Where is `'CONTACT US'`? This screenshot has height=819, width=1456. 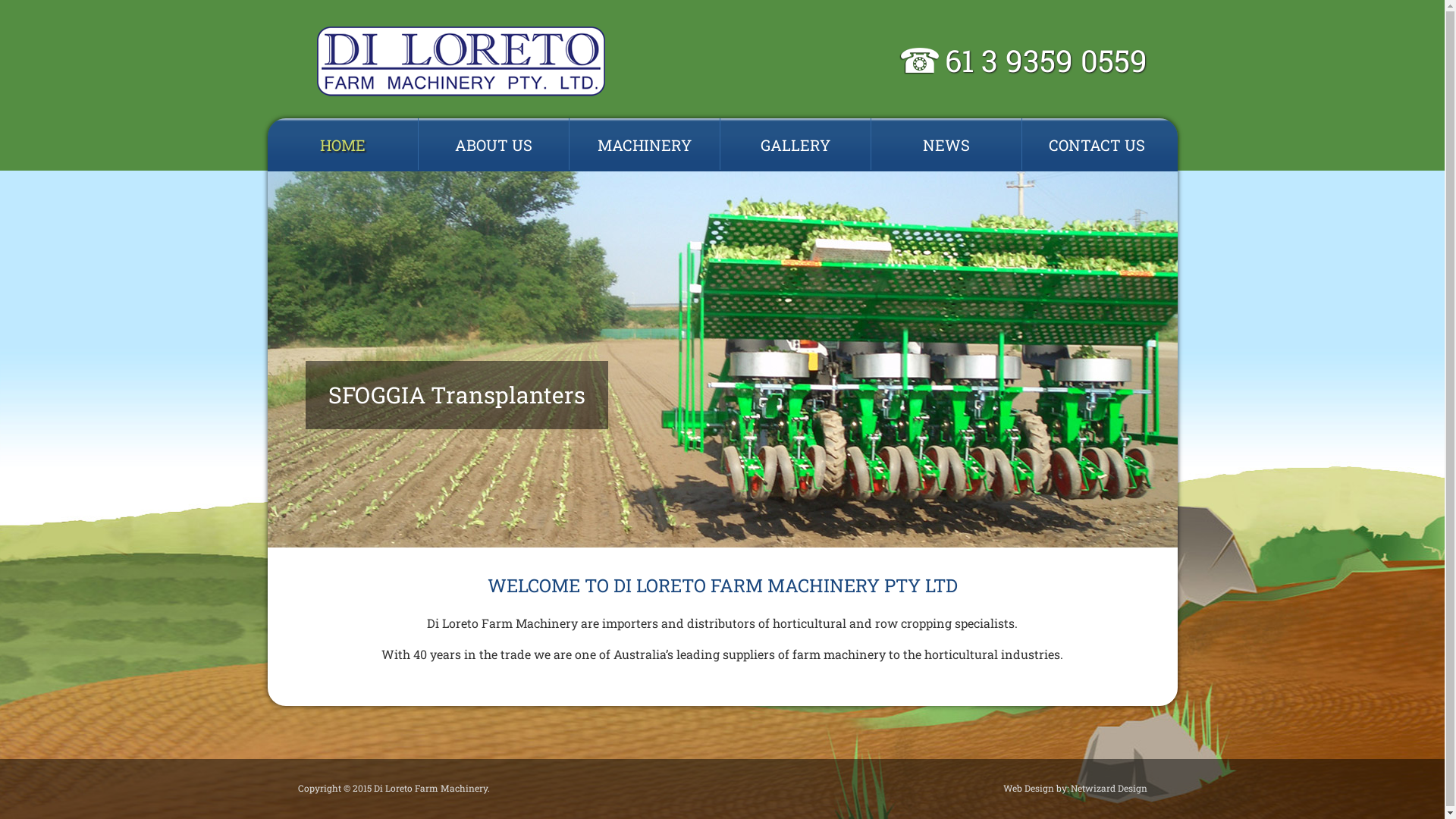 'CONTACT US' is located at coordinates (1047, 145).